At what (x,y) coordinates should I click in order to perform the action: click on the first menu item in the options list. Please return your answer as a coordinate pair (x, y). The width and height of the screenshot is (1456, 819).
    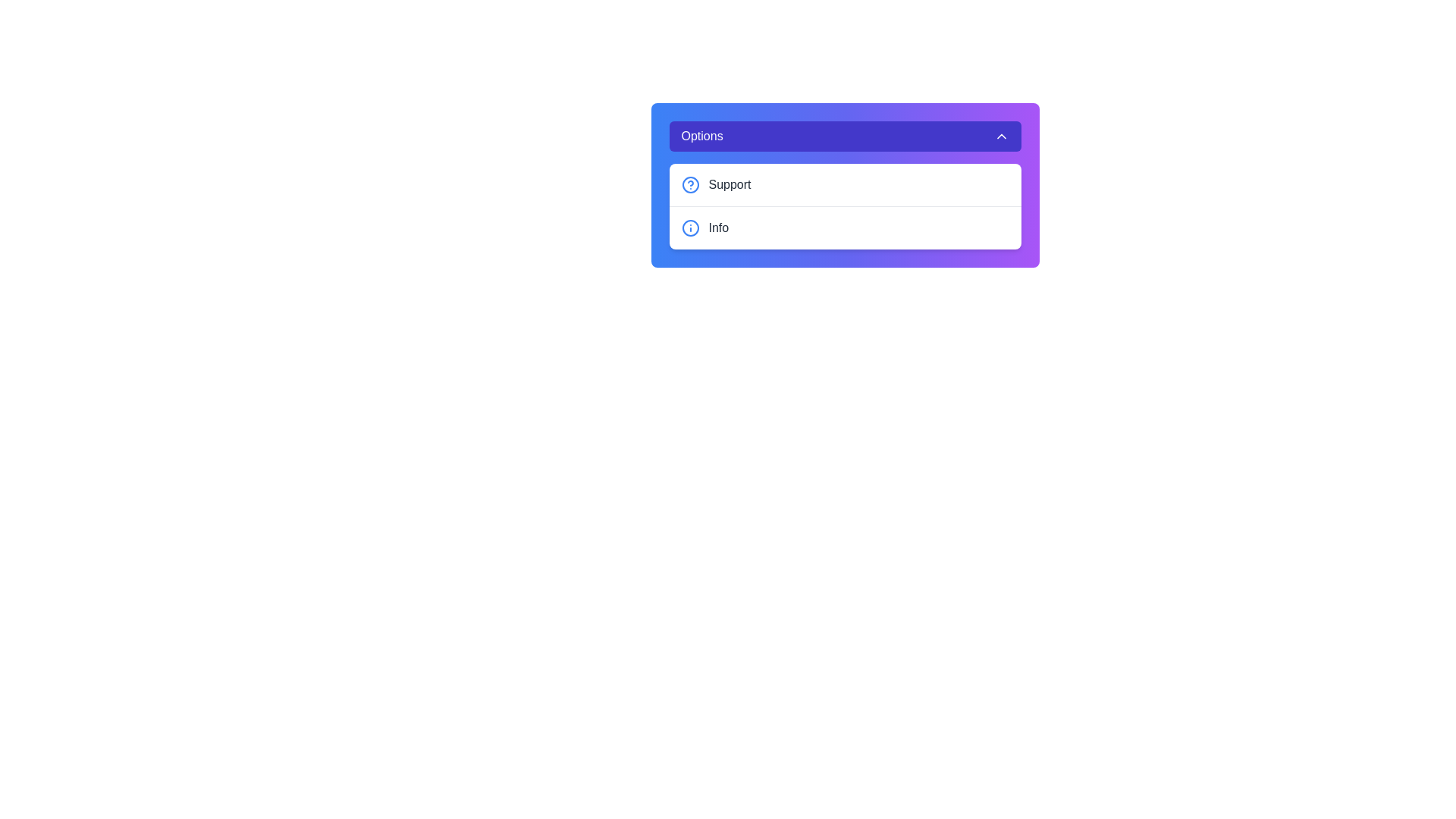
    Looking at the image, I should click on (844, 184).